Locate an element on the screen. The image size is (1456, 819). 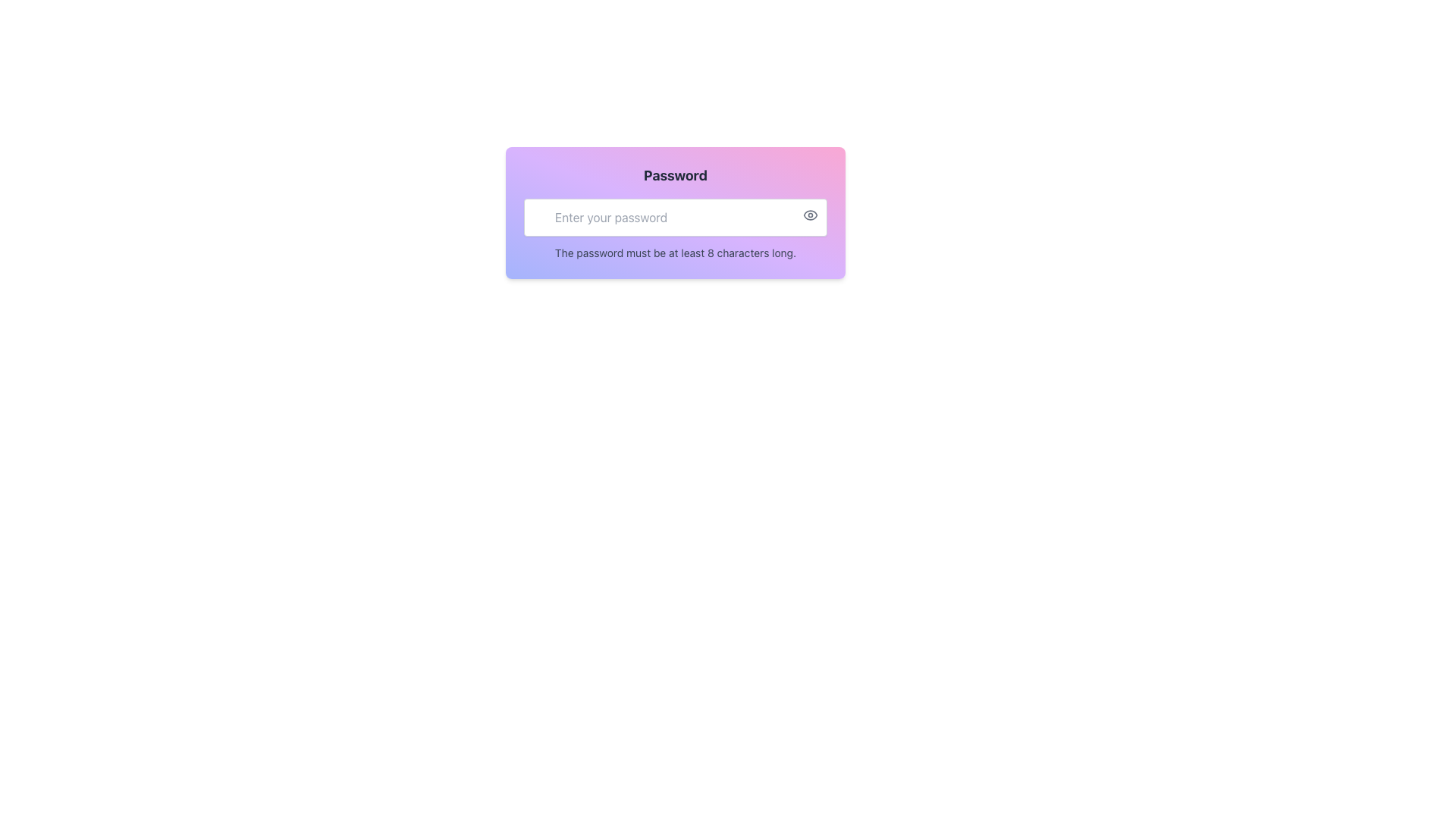
the static text label displaying 'Password' which is bold and prominently positioned at the top of a gradient-colored section is located at coordinates (675, 174).